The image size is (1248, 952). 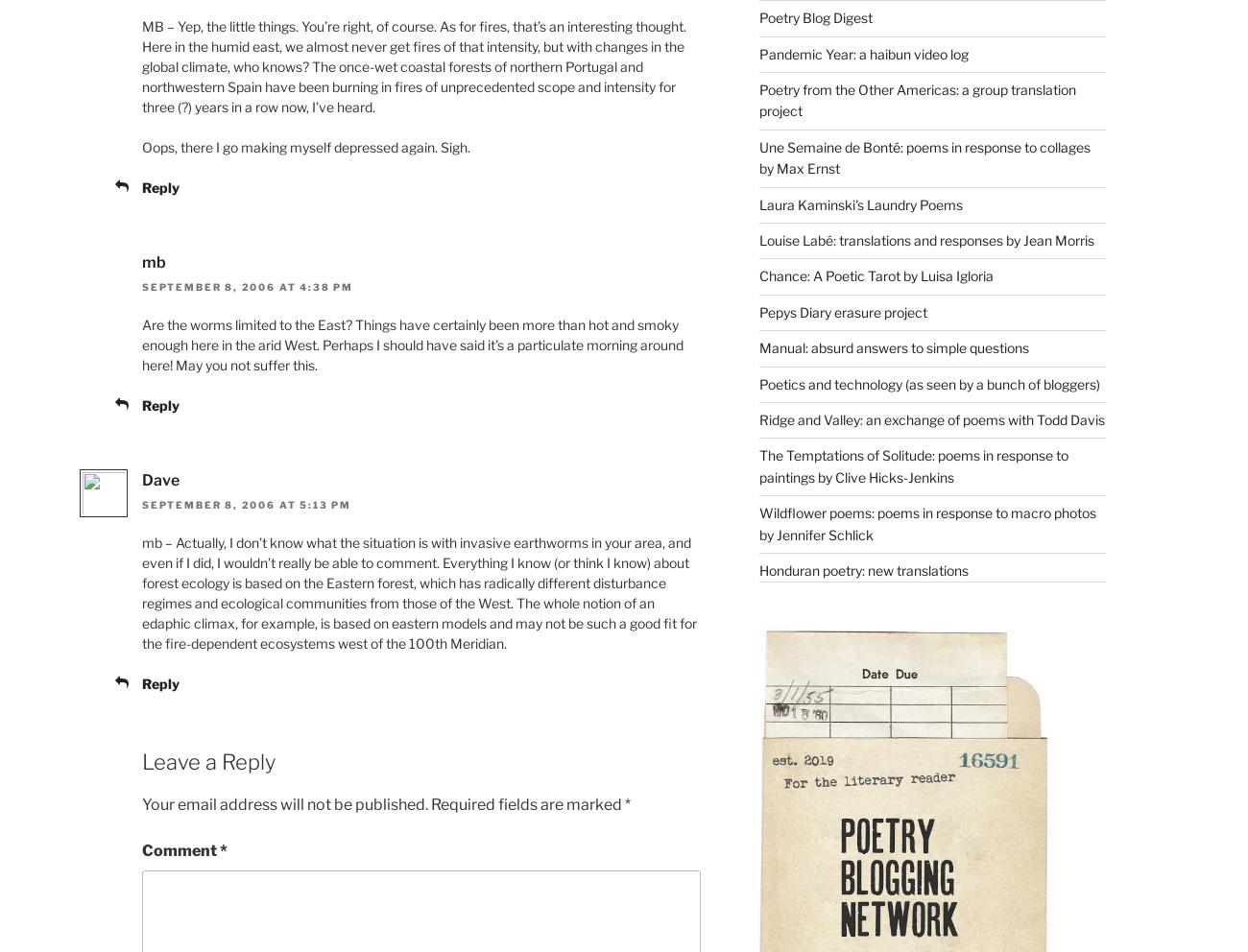 What do you see at coordinates (419, 592) in the screenshot?
I see `'mb – Actually, I don’t know what the situation is with invasive earthworms in your area, and even if I did, I wouldn’t really be able to comment. Everything I know (or think I know) about forest ecology is based on the Eastern forest, which has radically different disturbance regimes and ecological communities from those of the West. The whole notion of an edaphic climax, for example, is based on eastern models and may not be such a good fit for the fire-dependent ecosystems west of the 100th Meridian.'` at bounding box center [419, 592].